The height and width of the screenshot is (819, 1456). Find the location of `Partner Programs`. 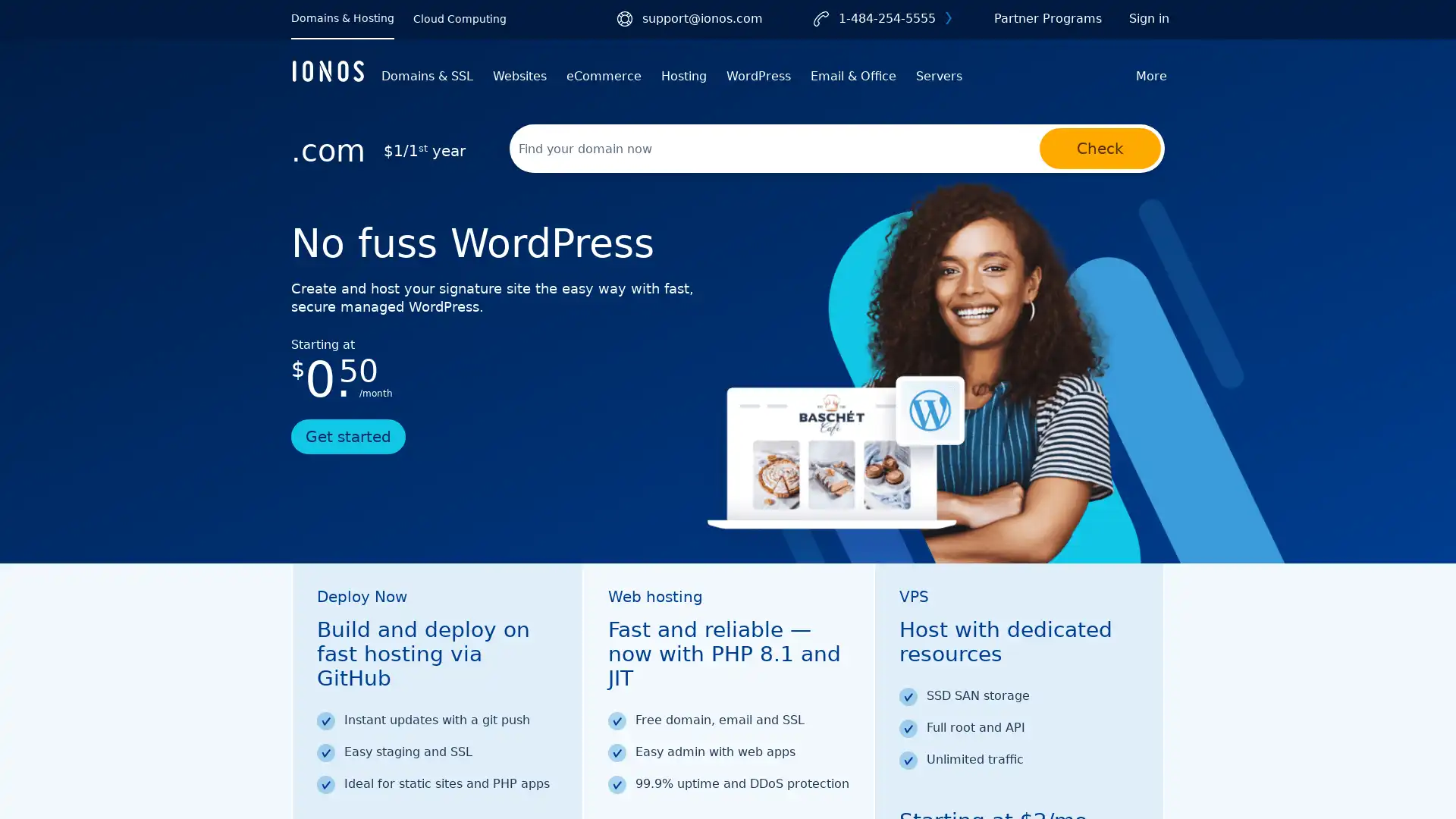

Partner Programs is located at coordinates (1047, 18).